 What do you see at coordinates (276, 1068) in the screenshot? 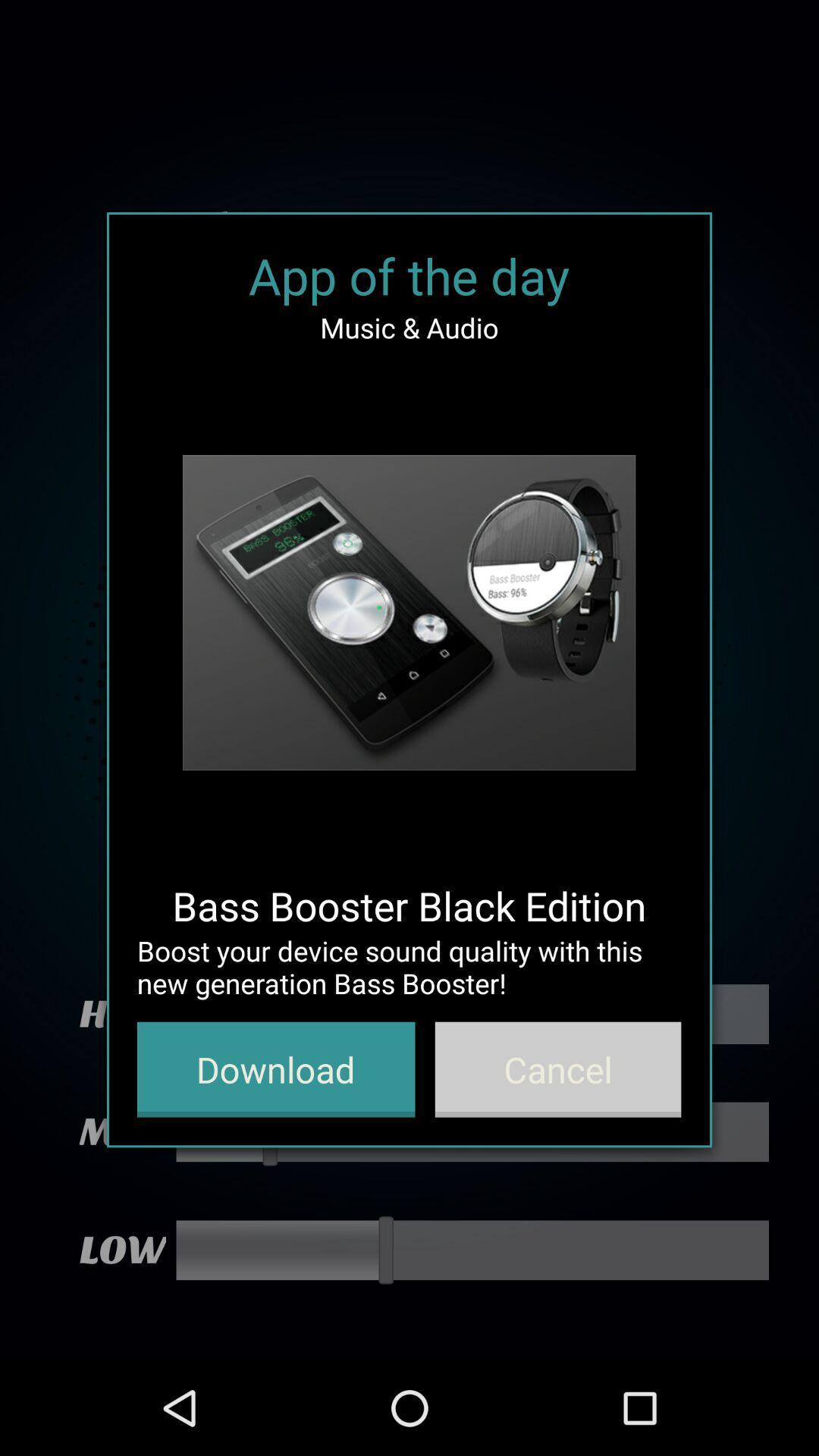
I see `app below the boost your device` at bounding box center [276, 1068].